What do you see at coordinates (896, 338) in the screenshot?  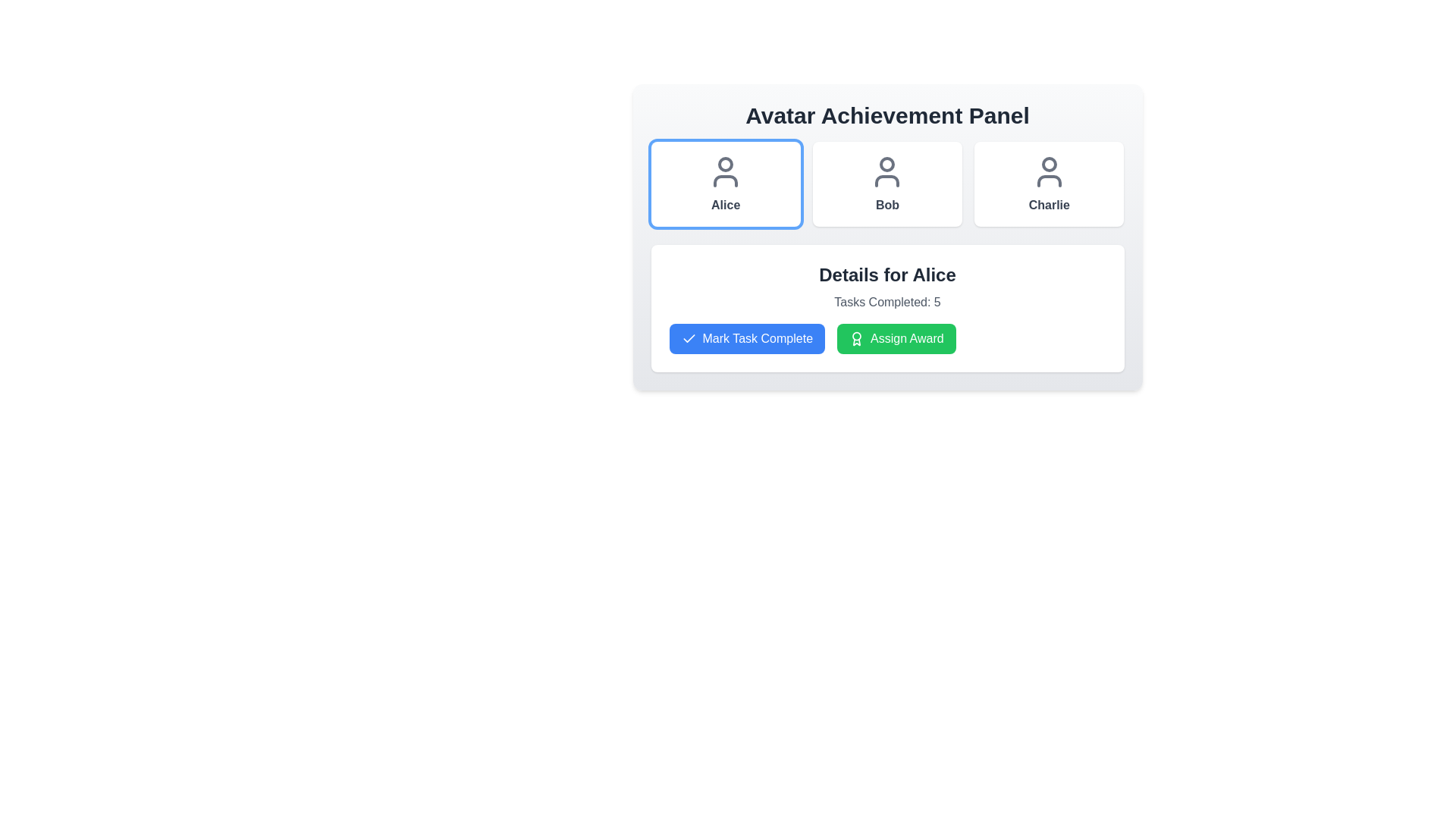 I see `the second interactive button positioned to the right of the 'Mark Task Complete' button` at bounding box center [896, 338].